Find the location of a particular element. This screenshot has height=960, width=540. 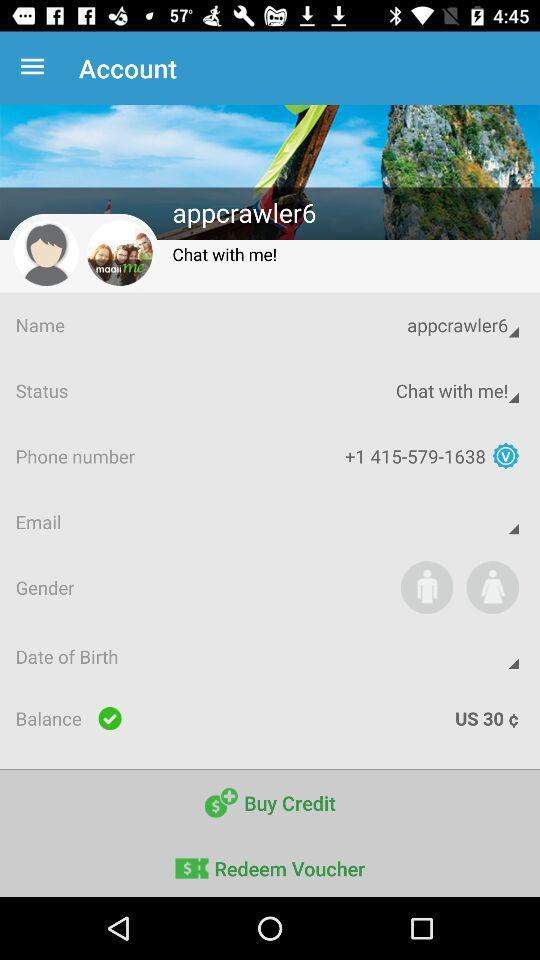

the buy credit icon is located at coordinates (270, 803).